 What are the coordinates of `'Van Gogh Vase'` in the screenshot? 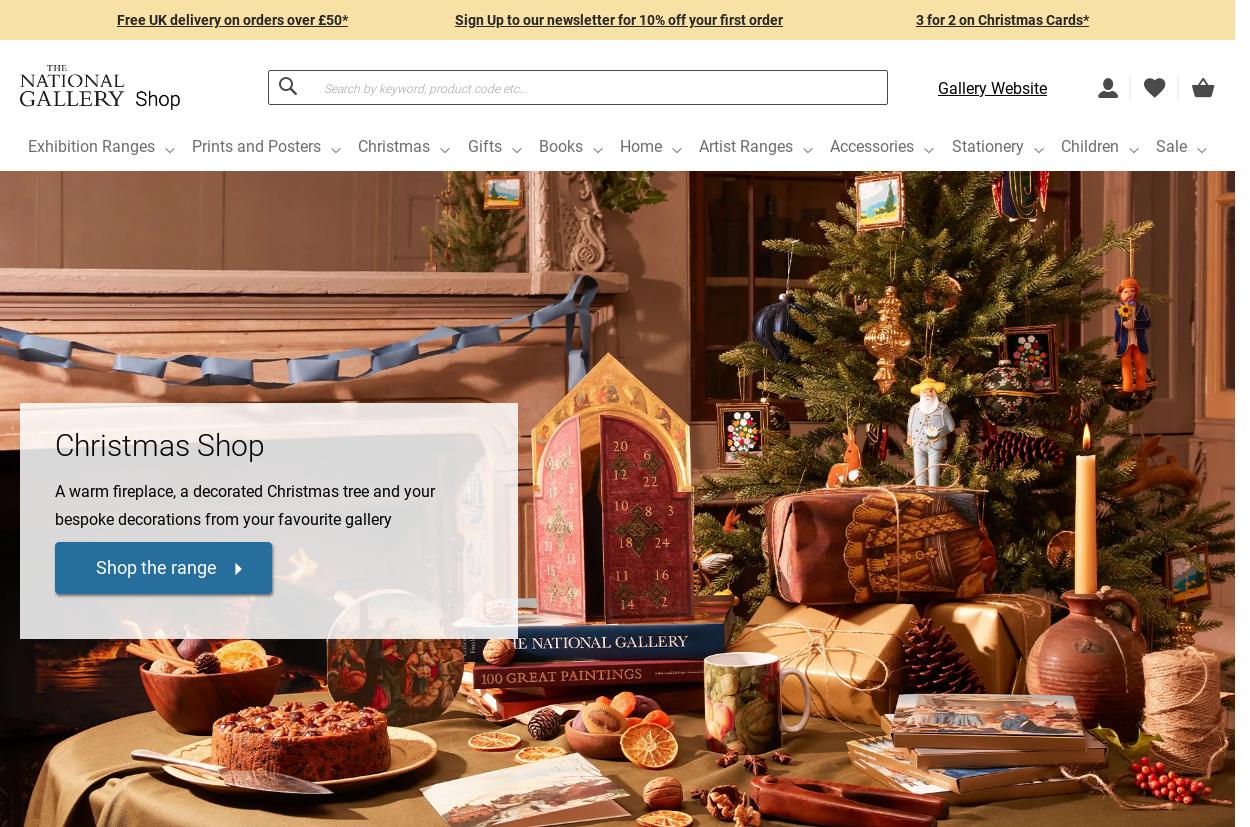 It's located at (378, 704).